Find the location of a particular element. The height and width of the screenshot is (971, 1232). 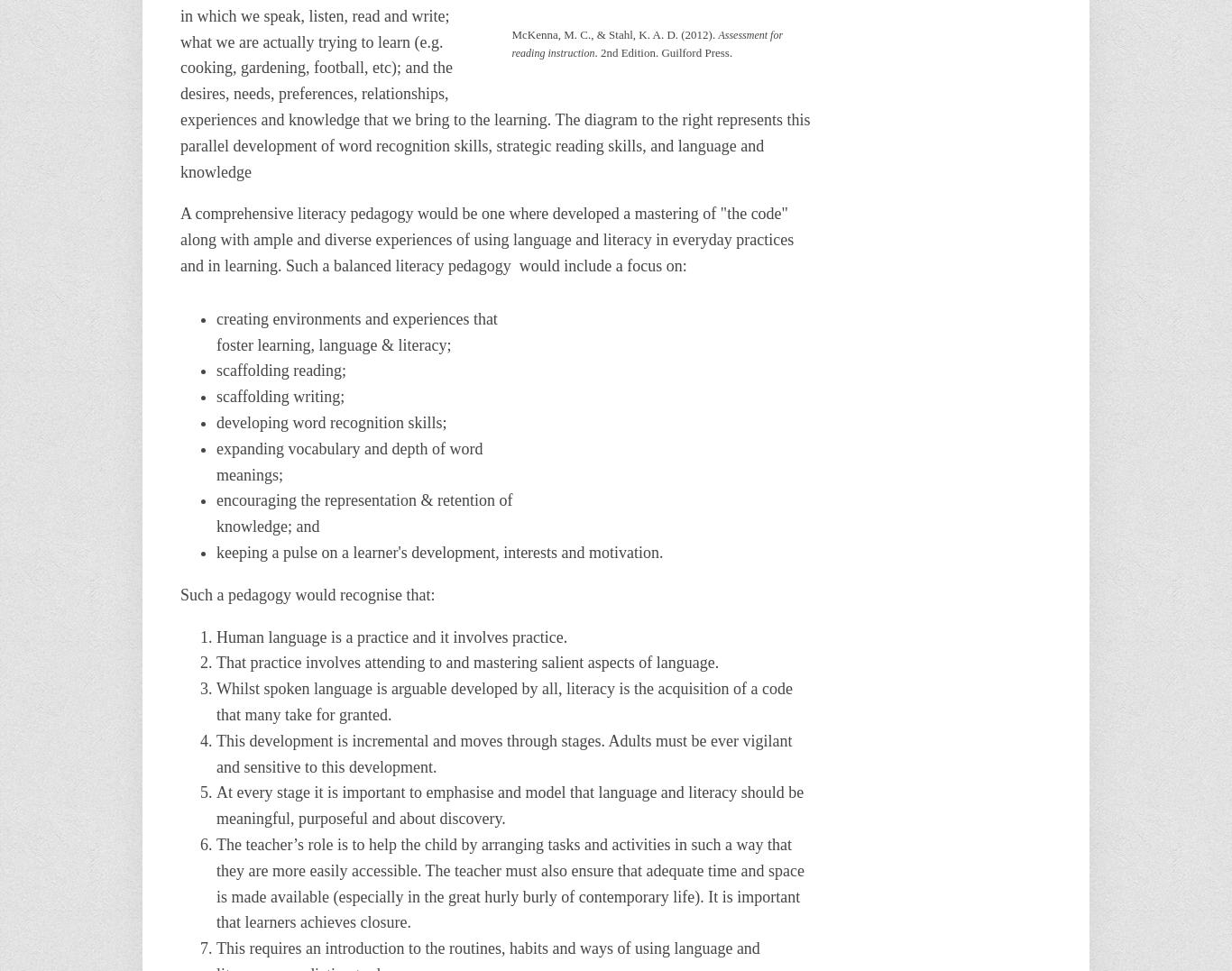

'encouraging the representation & retention of knowledge; and' is located at coordinates (363, 513).